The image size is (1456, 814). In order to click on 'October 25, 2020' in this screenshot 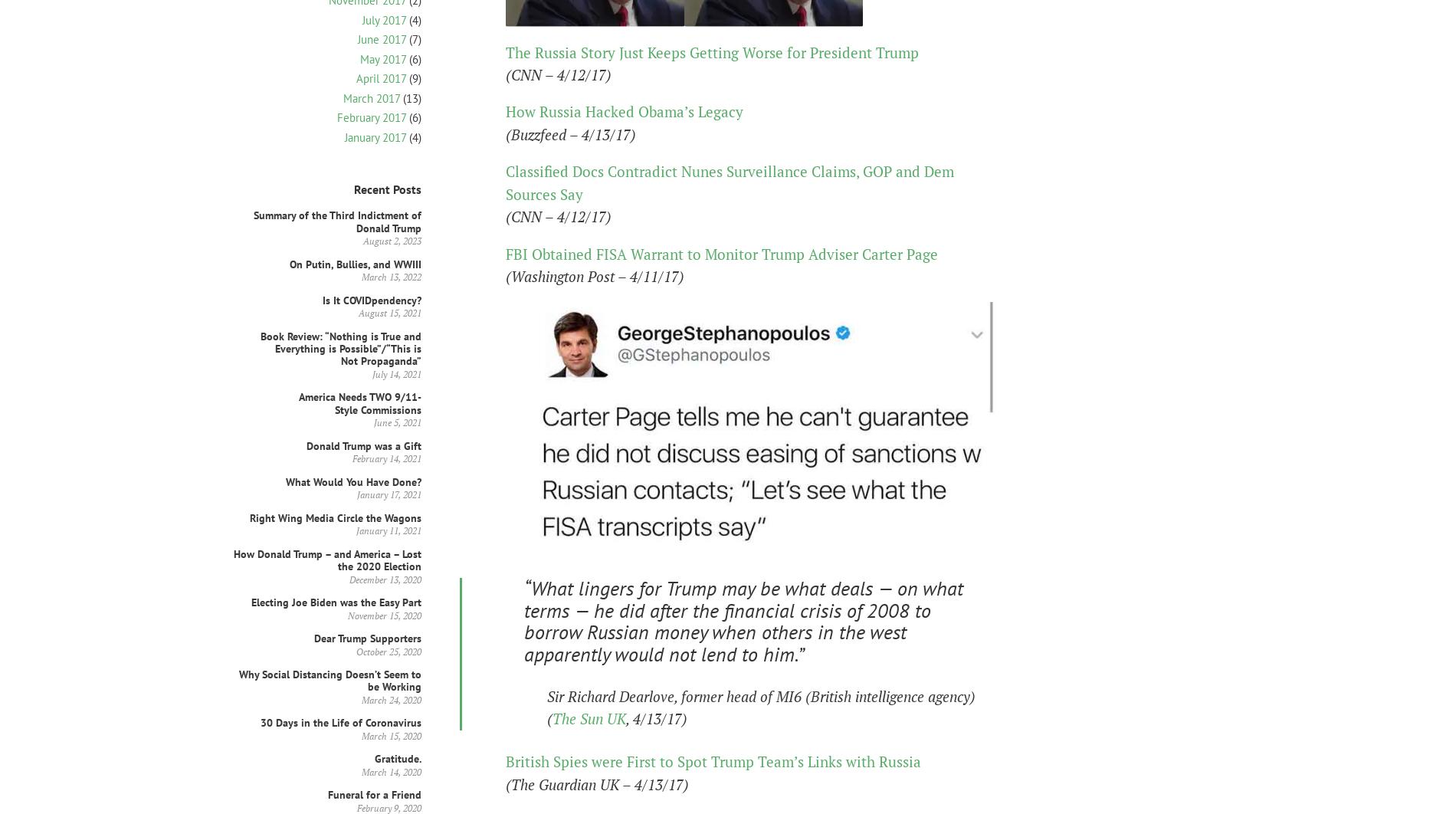, I will do `click(389, 650)`.